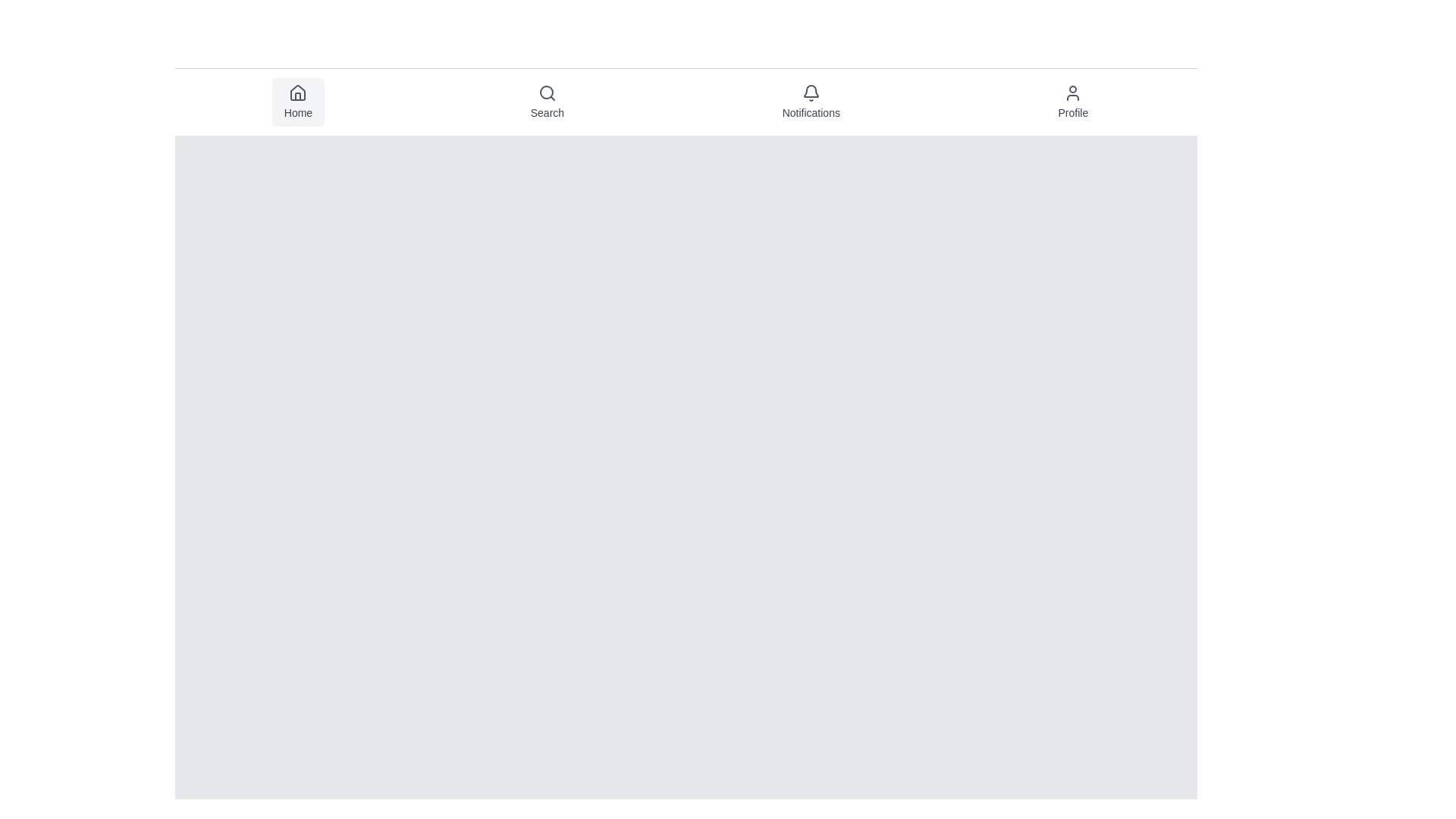  Describe the element at coordinates (1072, 102) in the screenshot. I see `the 'Profile' navigation button` at that location.